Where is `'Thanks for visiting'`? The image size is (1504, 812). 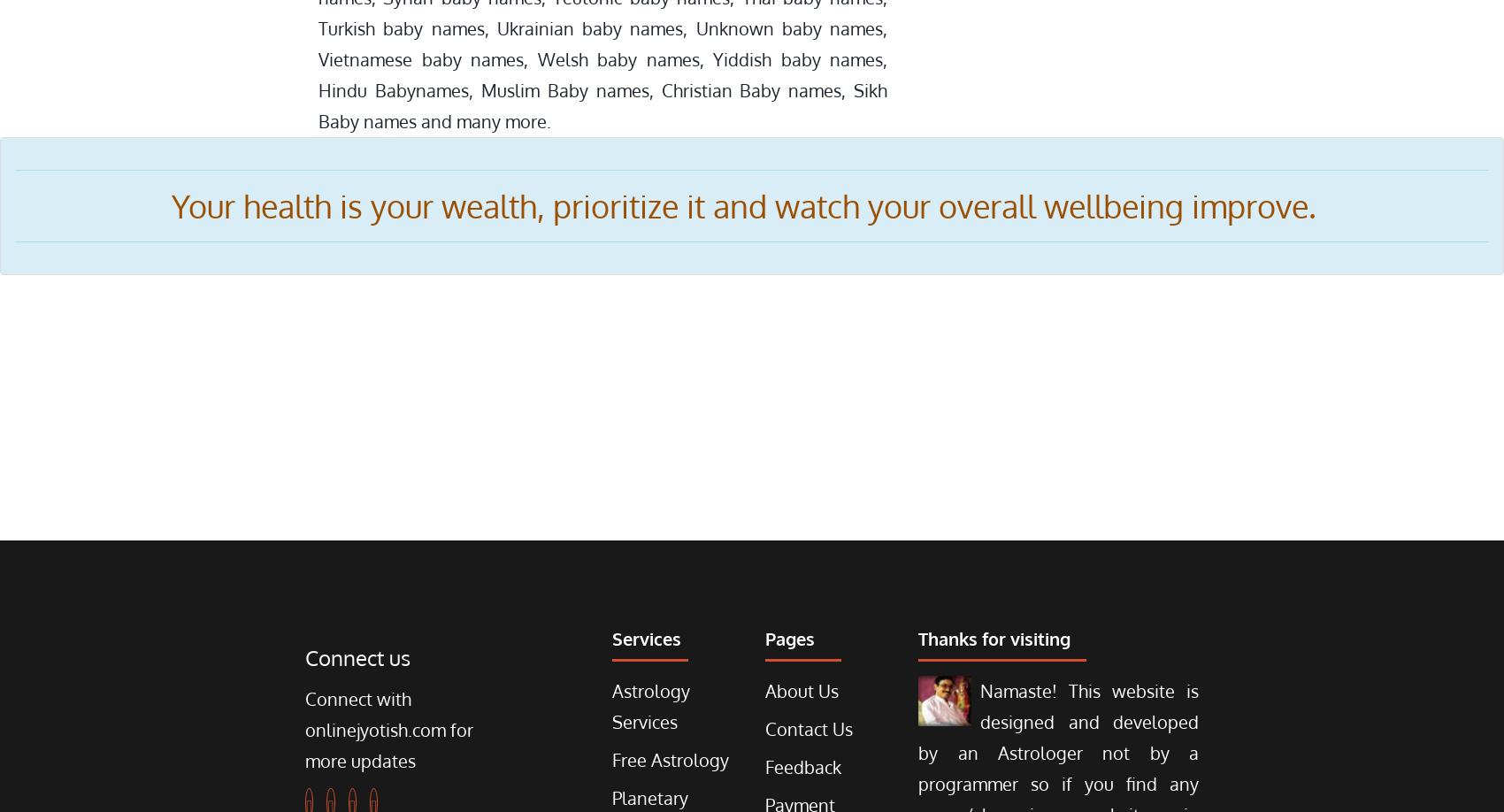 'Thanks for visiting' is located at coordinates (994, 638).